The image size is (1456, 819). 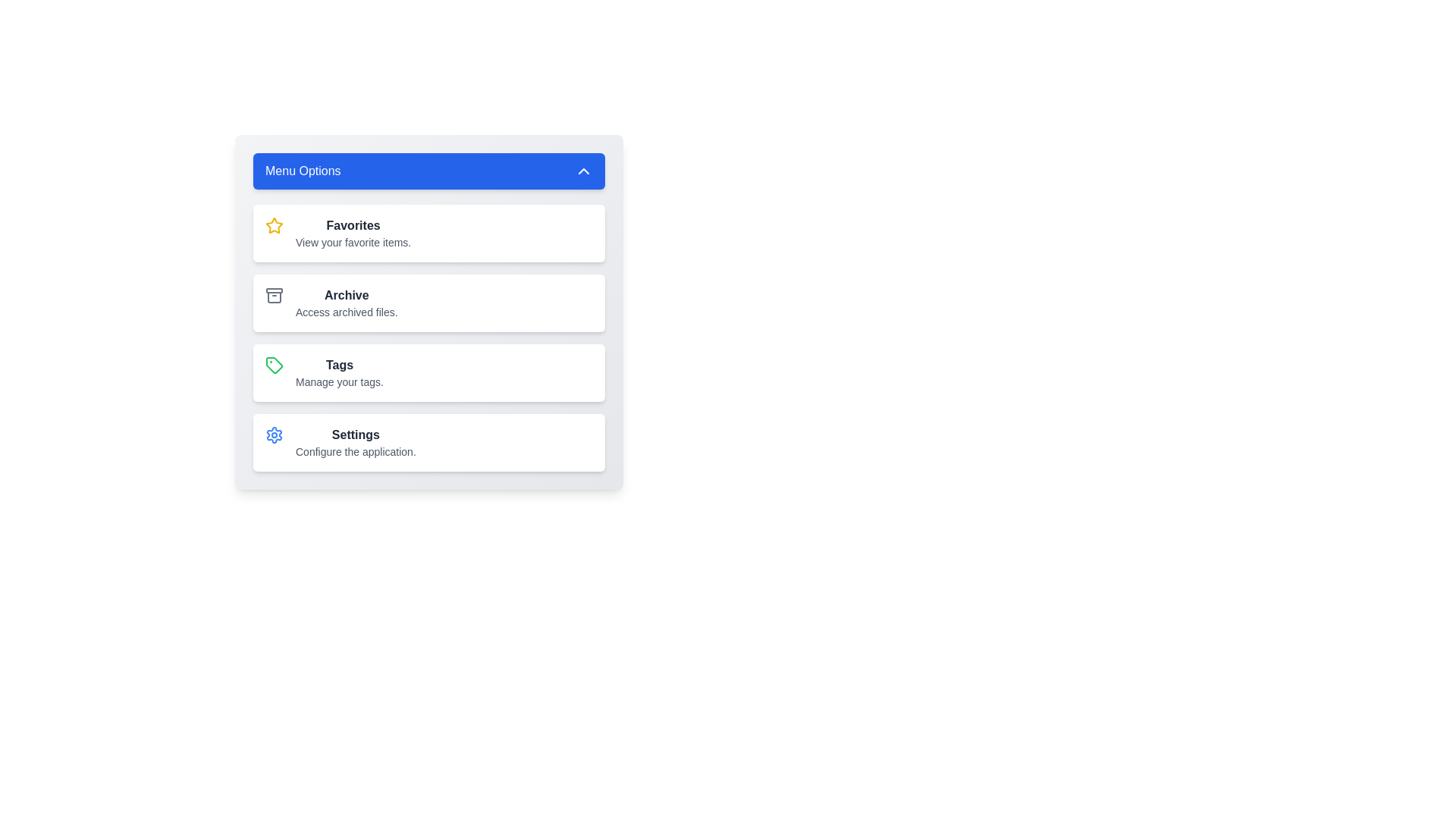 I want to click on text descriptor for the 'Tags' section which states 'Manage your tags.', so click(x=338, y=373).